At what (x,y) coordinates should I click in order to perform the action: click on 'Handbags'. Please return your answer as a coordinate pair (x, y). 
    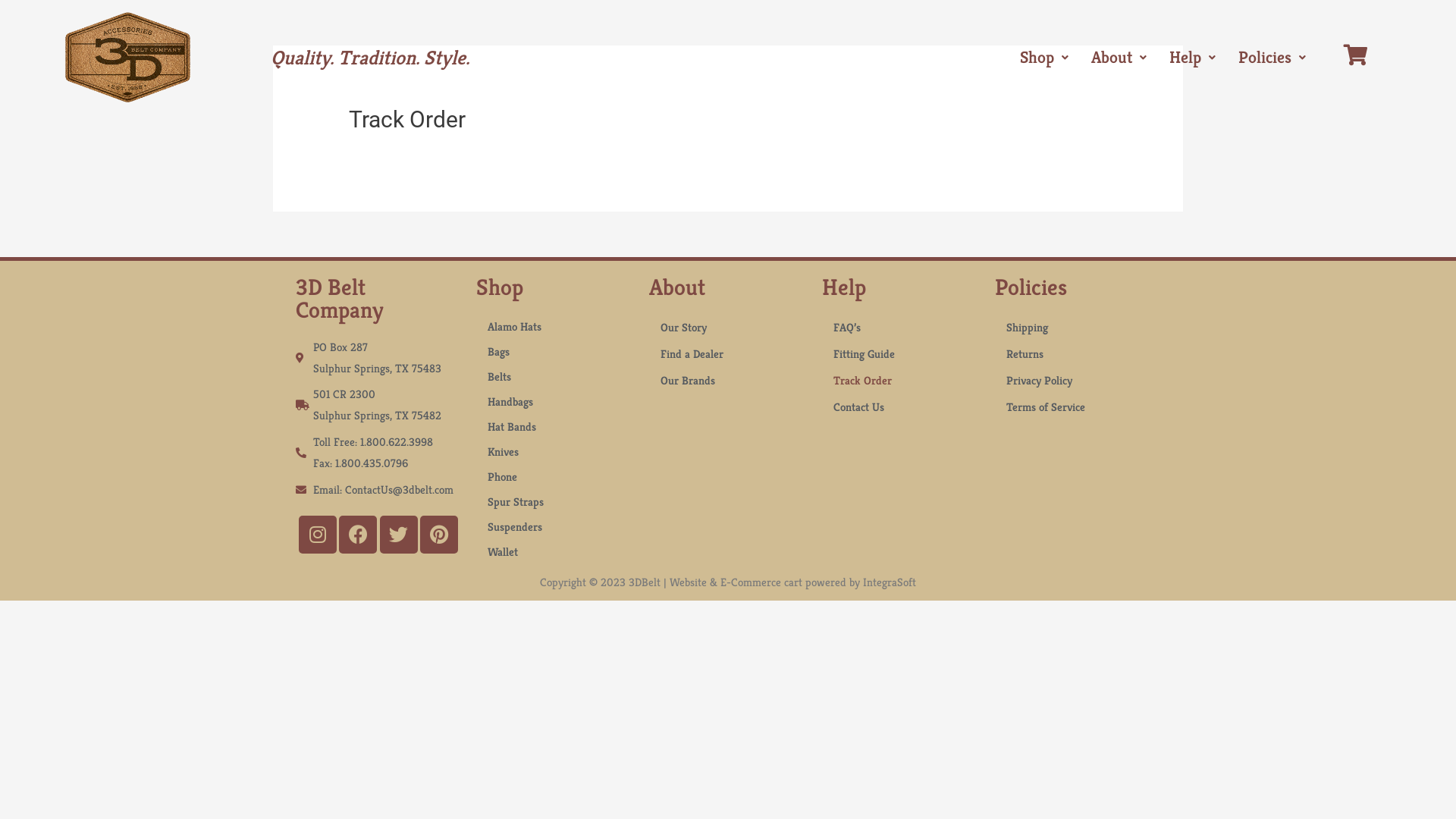
    Looking at the image, I should click on (554, 400).